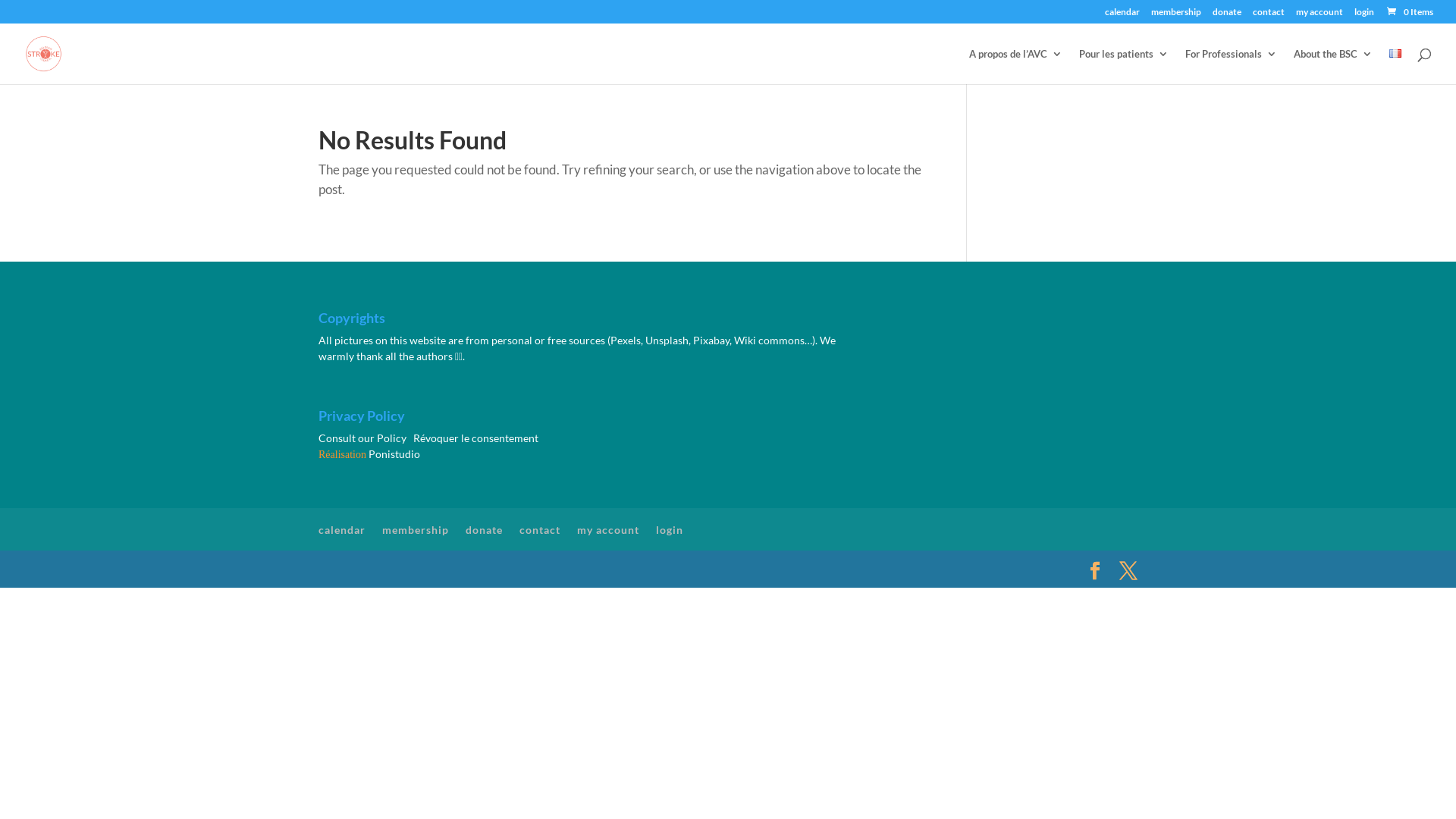  I want to click on 'donate', so click(1226, 15).